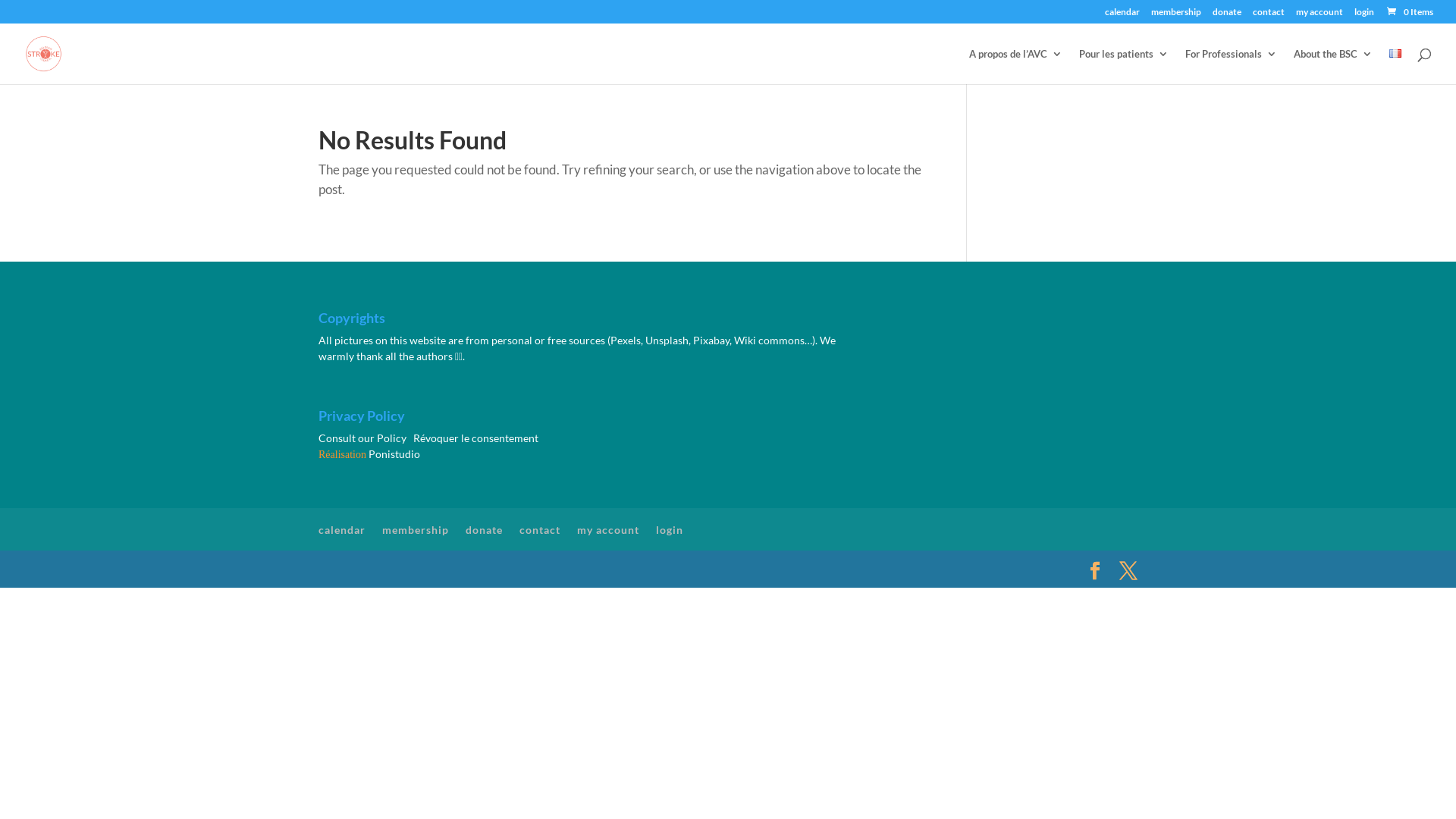  I want to click on 'donate', so click(1226, 15).